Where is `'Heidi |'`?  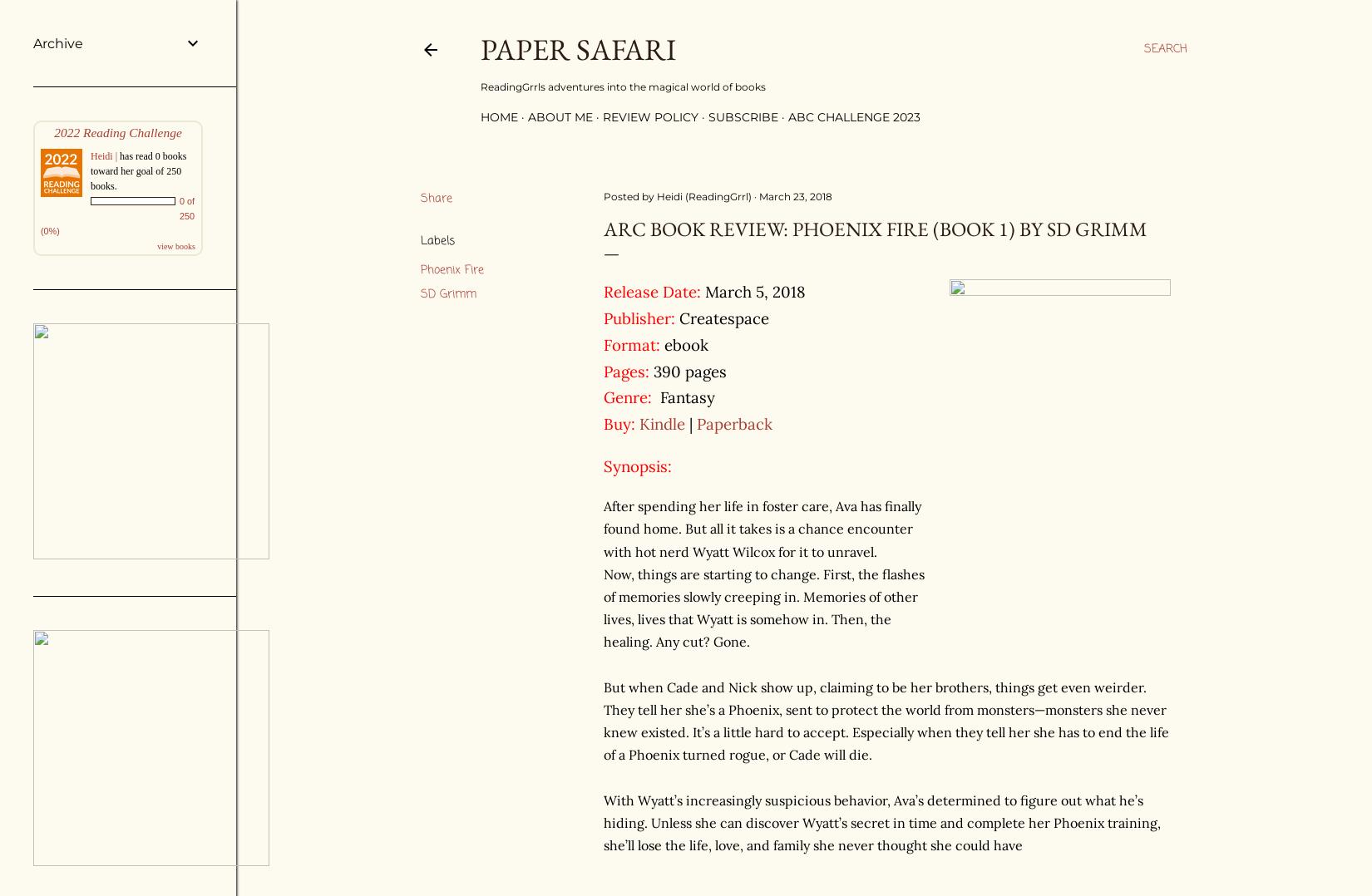
'Heidi |' is located at coordinates (91, 155).